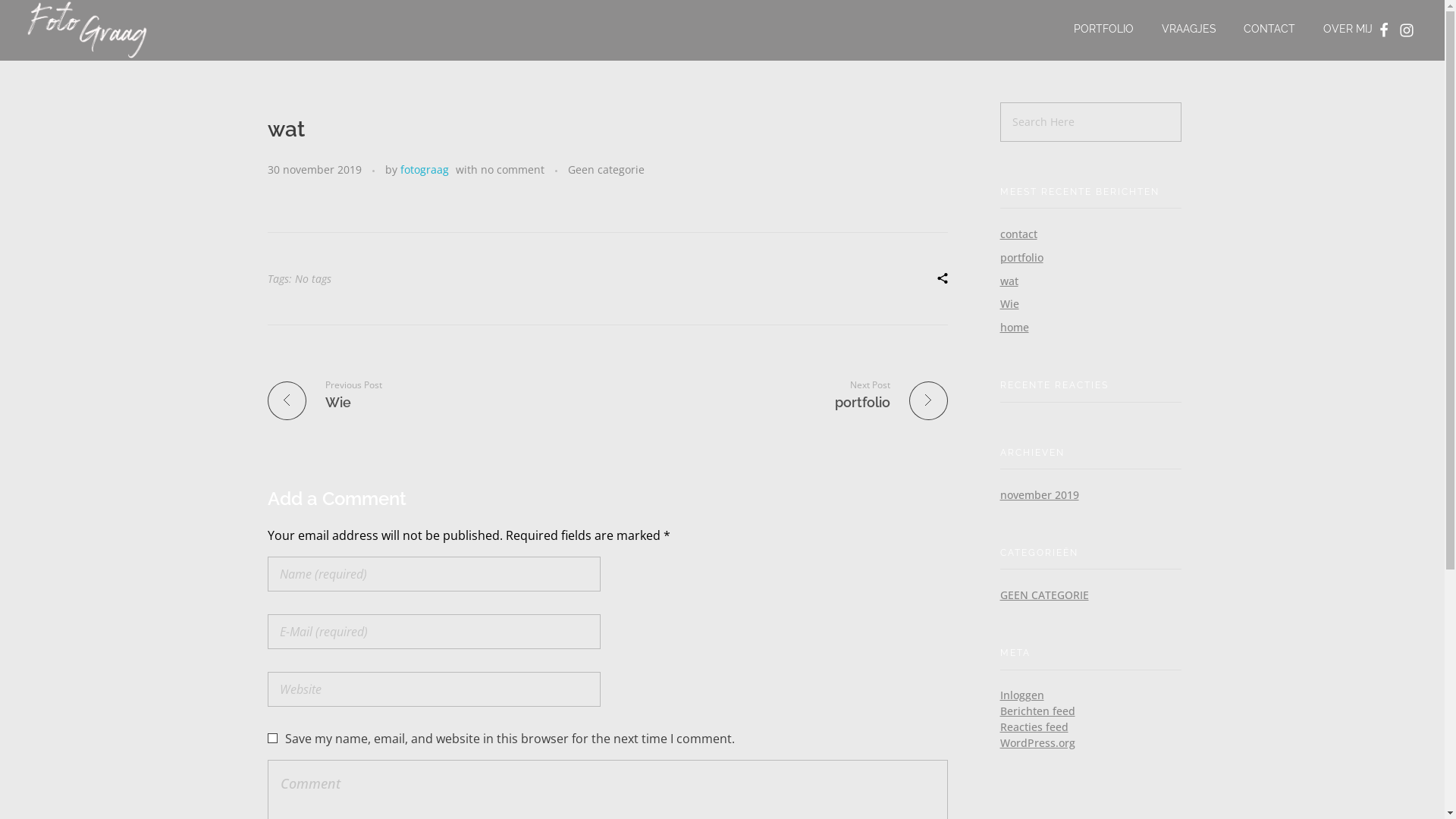 This screenshot has height=819, width=1456. Describe the element at coordinates (1147, 29) in the screenshot. I see `'VRAAGJES'` at that location.